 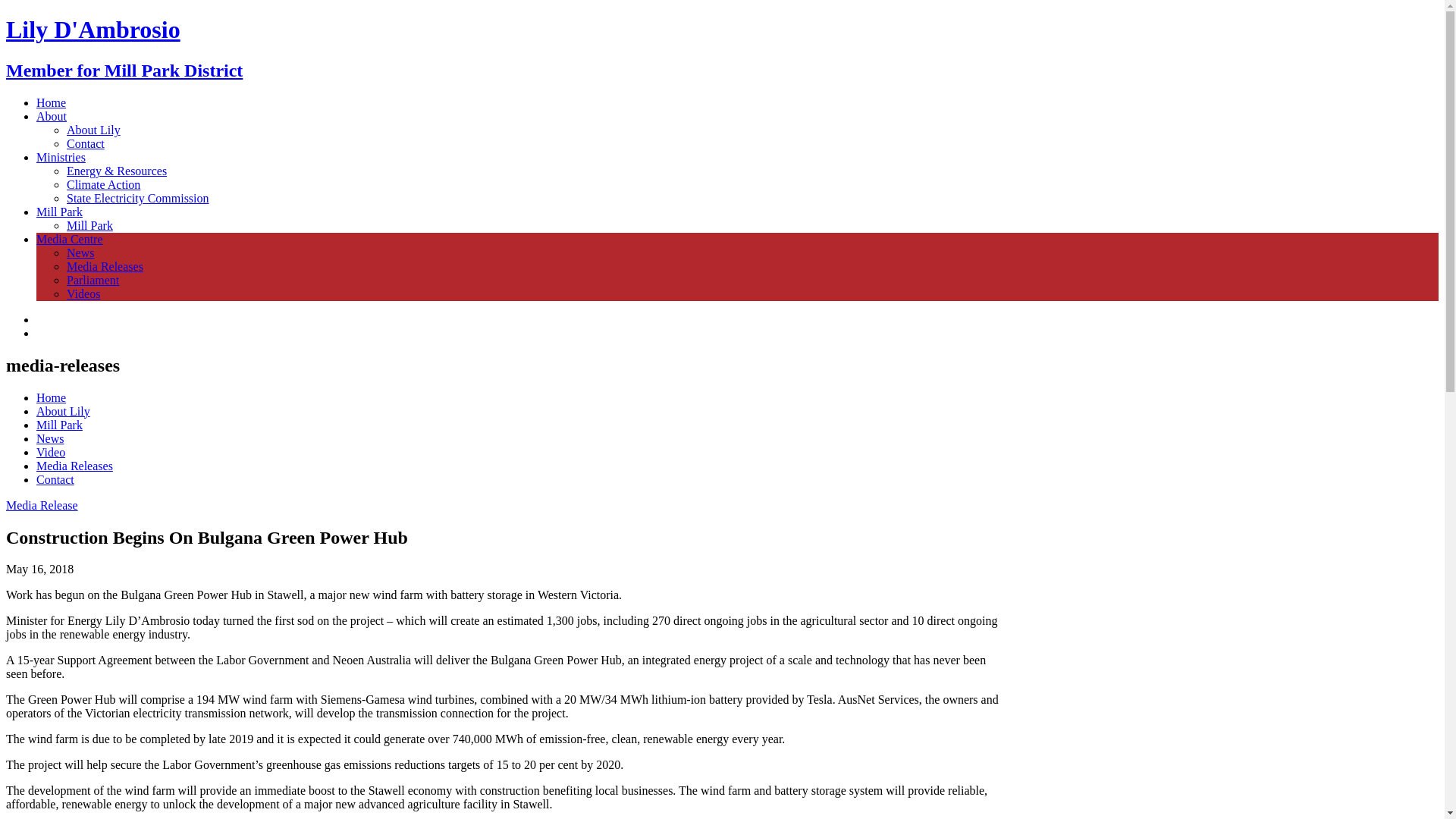 What do you see at coordinates (61, 157) in the screenshot?
I see `'Ministries'` at bounding box center [61, 157].